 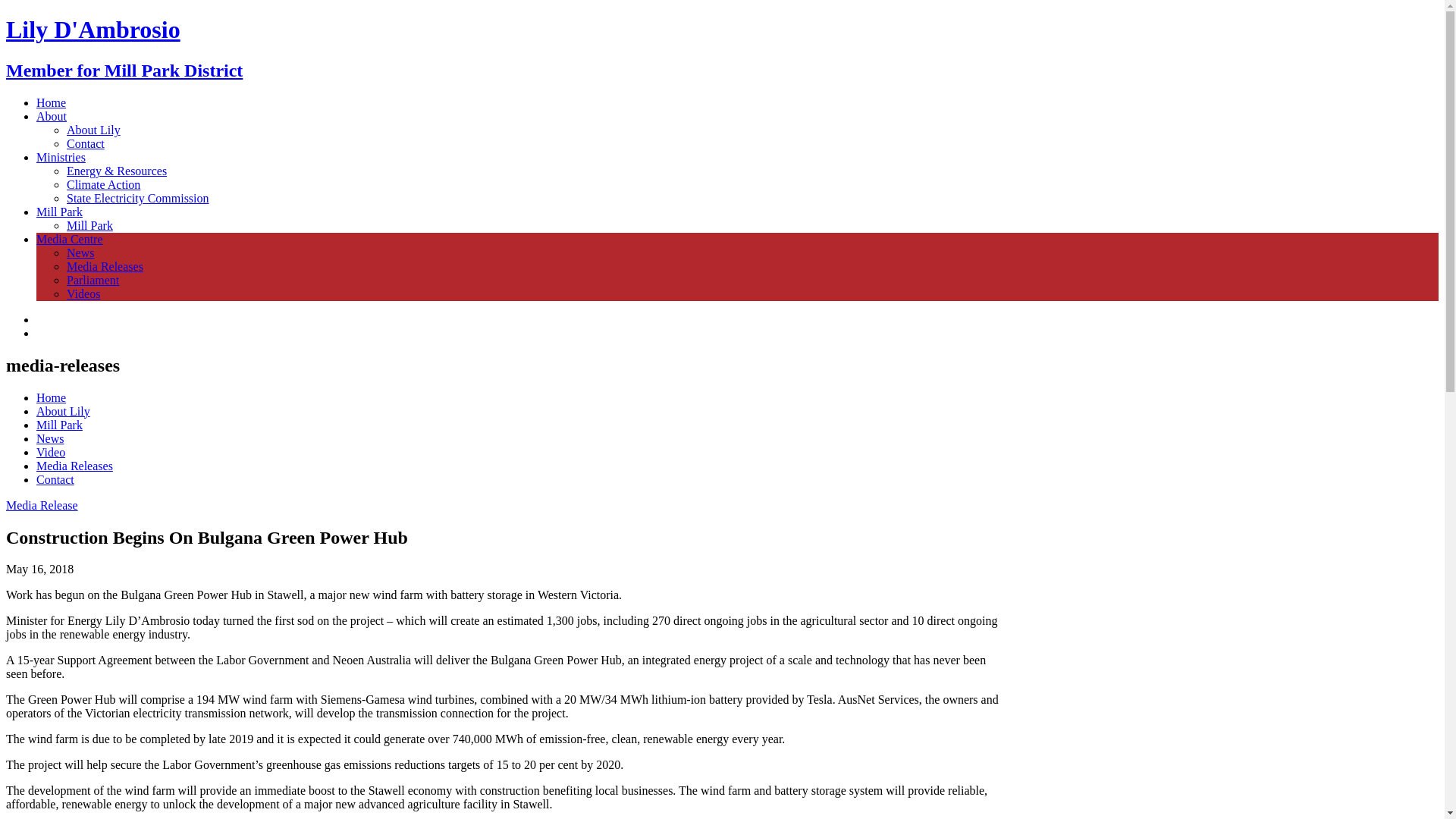 What do you see at coordinates (61, 157) in the screenshot?
I see `'Ministries'` at bounding box center [61, 157].